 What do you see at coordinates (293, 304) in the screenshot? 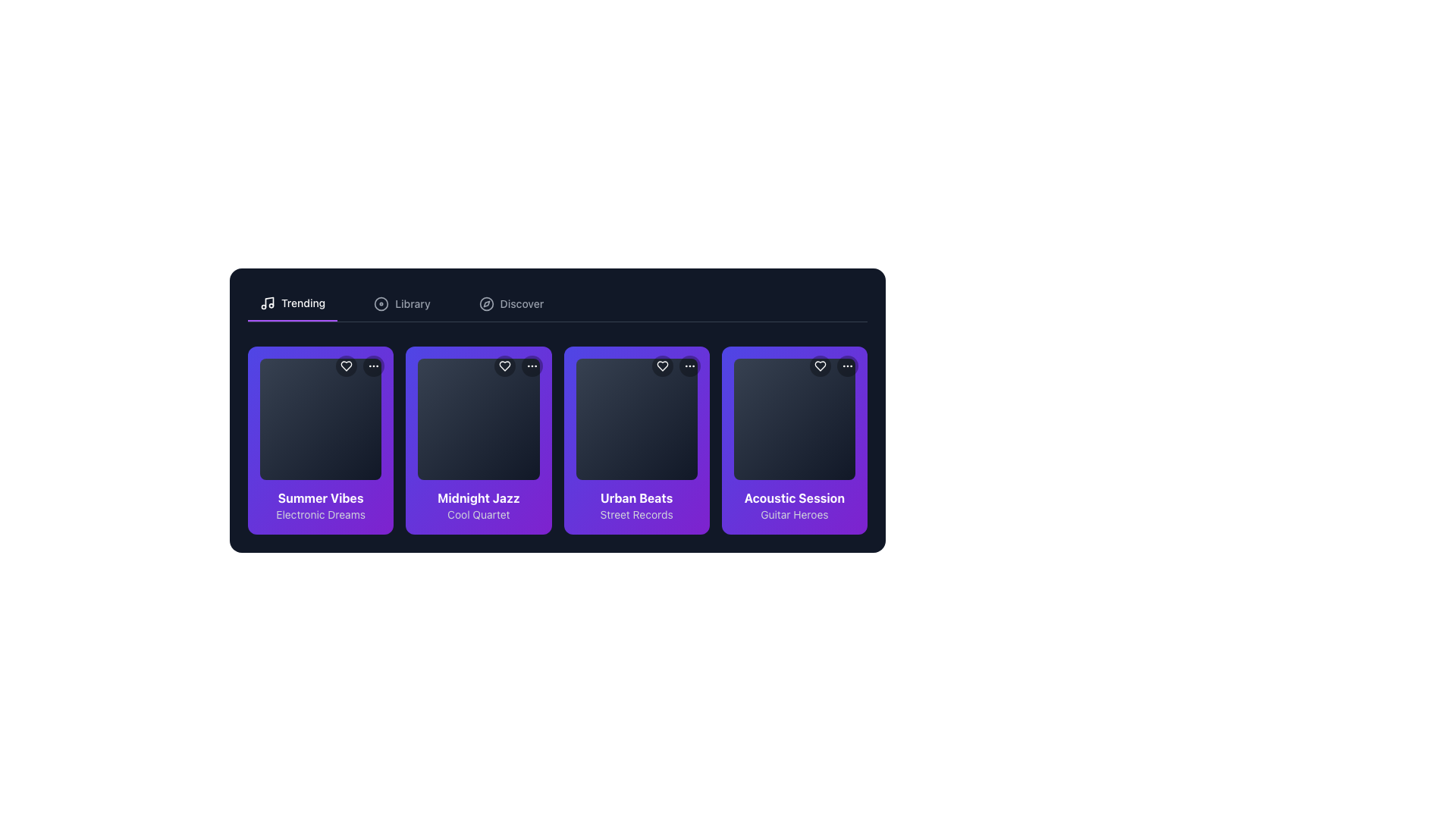
I see `the 'Trending' navigation button located at the top left corner of the interface` at bounding box center [293, 304].